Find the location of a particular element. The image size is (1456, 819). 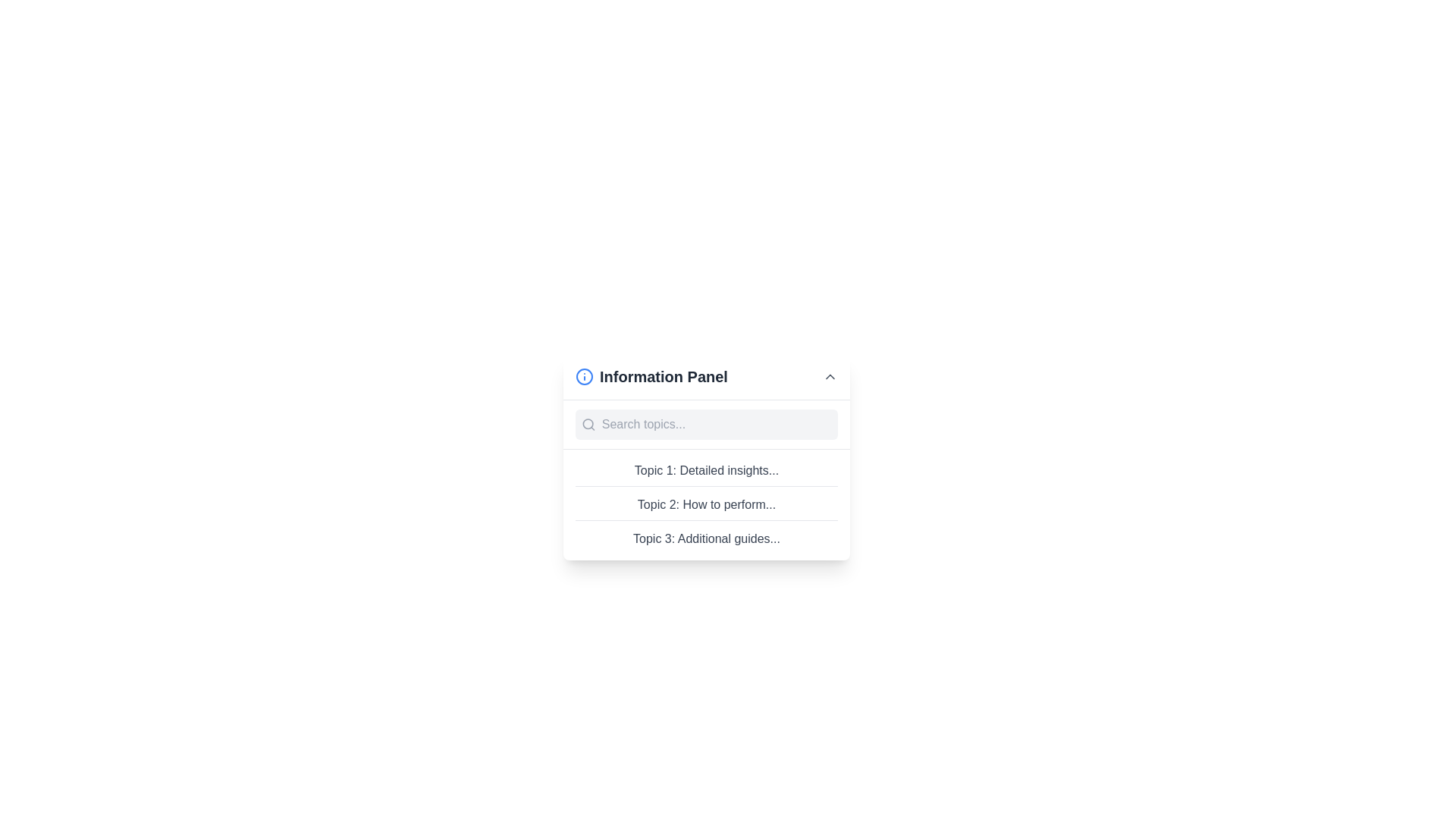

the decorative SVG circle that visually supports the Information Panel, positioned to the left of the panel's title text is located at coordinates (584, 376).